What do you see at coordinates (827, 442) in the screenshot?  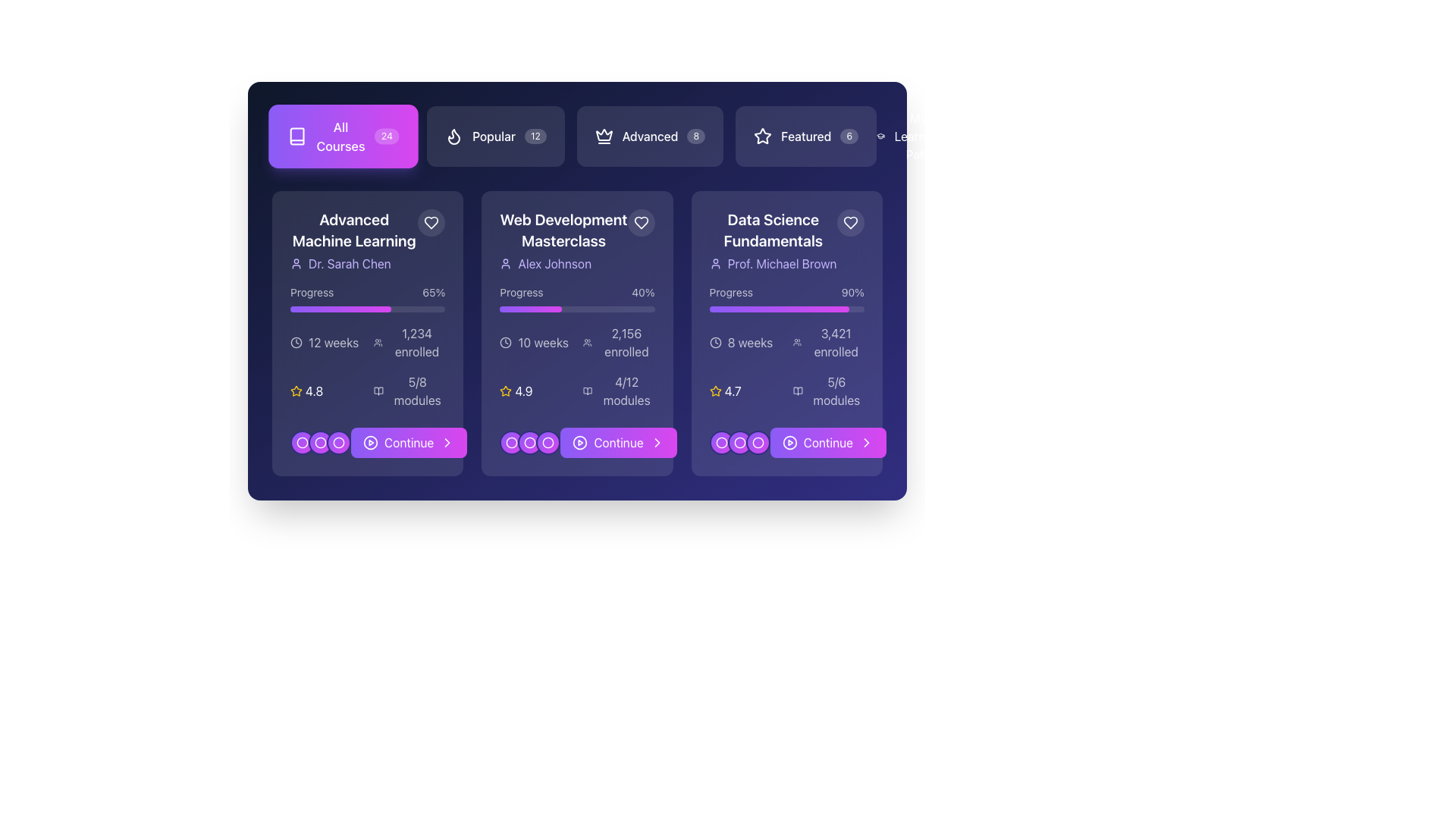 I see `the 'Continue' button located at the bottom of the 'Data Science Fundamentals' card to proceed` at bounding box center [827, 442].